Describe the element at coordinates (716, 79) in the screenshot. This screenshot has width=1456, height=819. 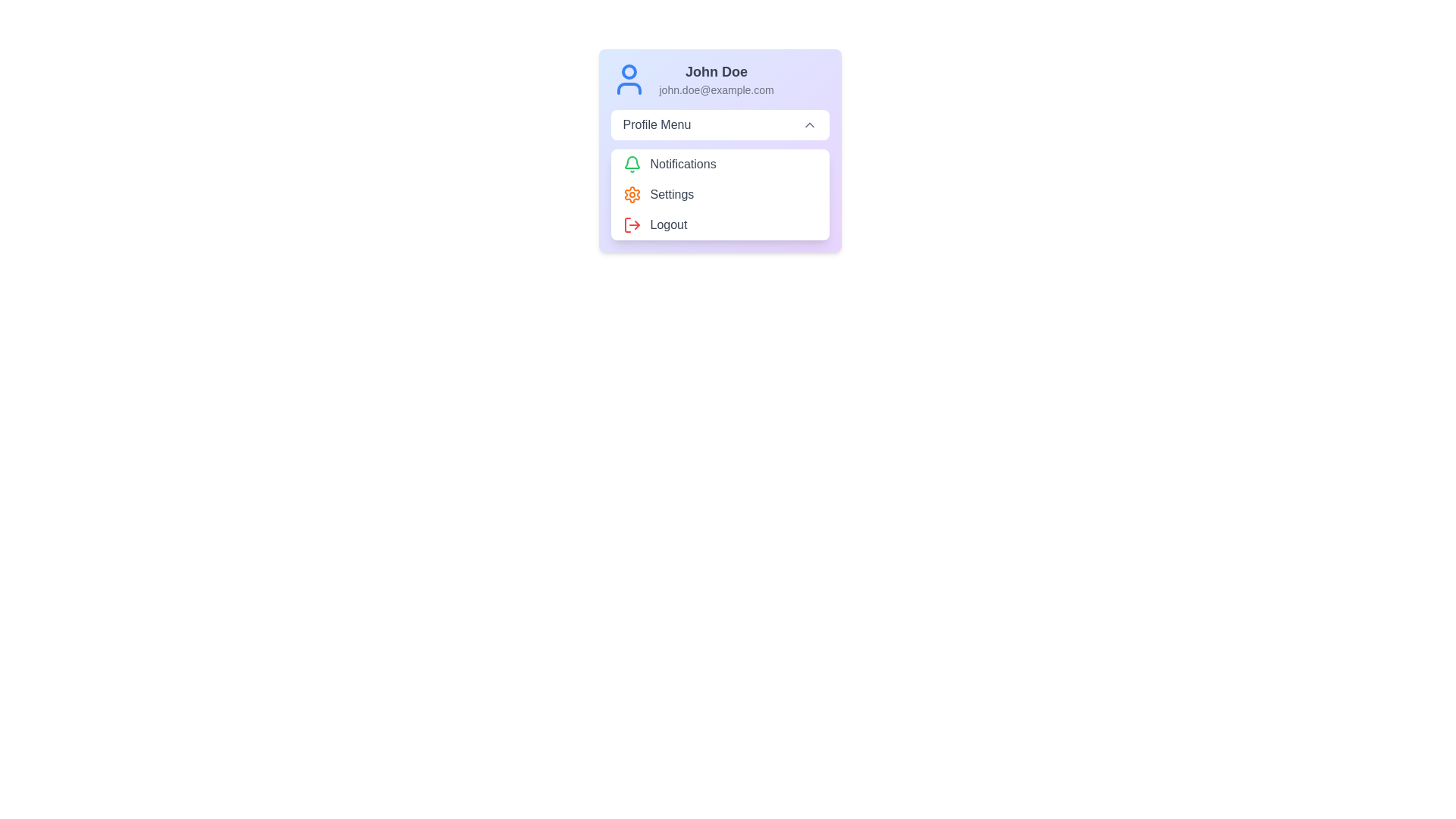
I see `the displayed name or email in the Text Display Component, which is located to the right of the user icon in the dropdown menu panel` at that location.